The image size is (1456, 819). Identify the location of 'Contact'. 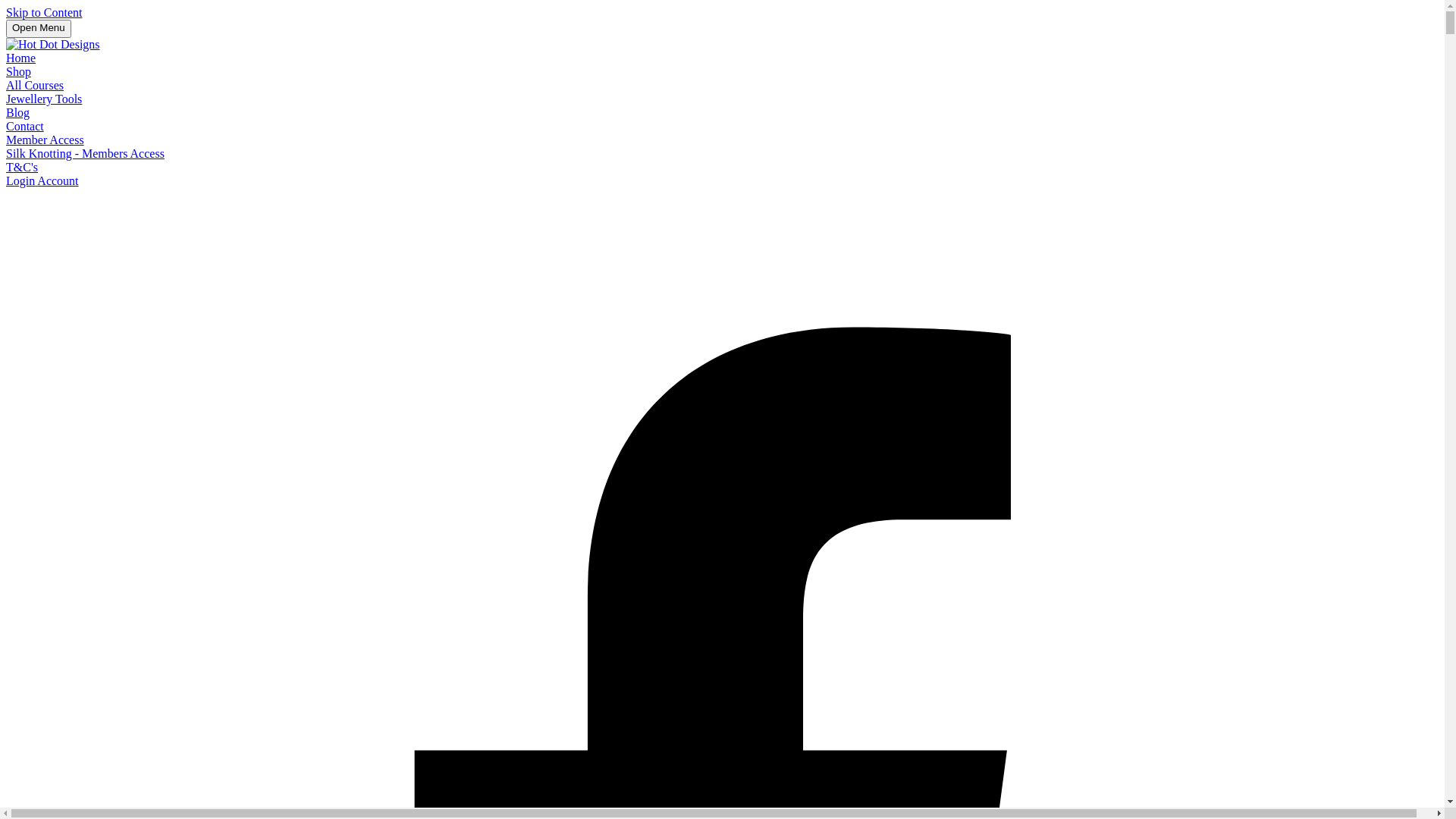
(25, 125).